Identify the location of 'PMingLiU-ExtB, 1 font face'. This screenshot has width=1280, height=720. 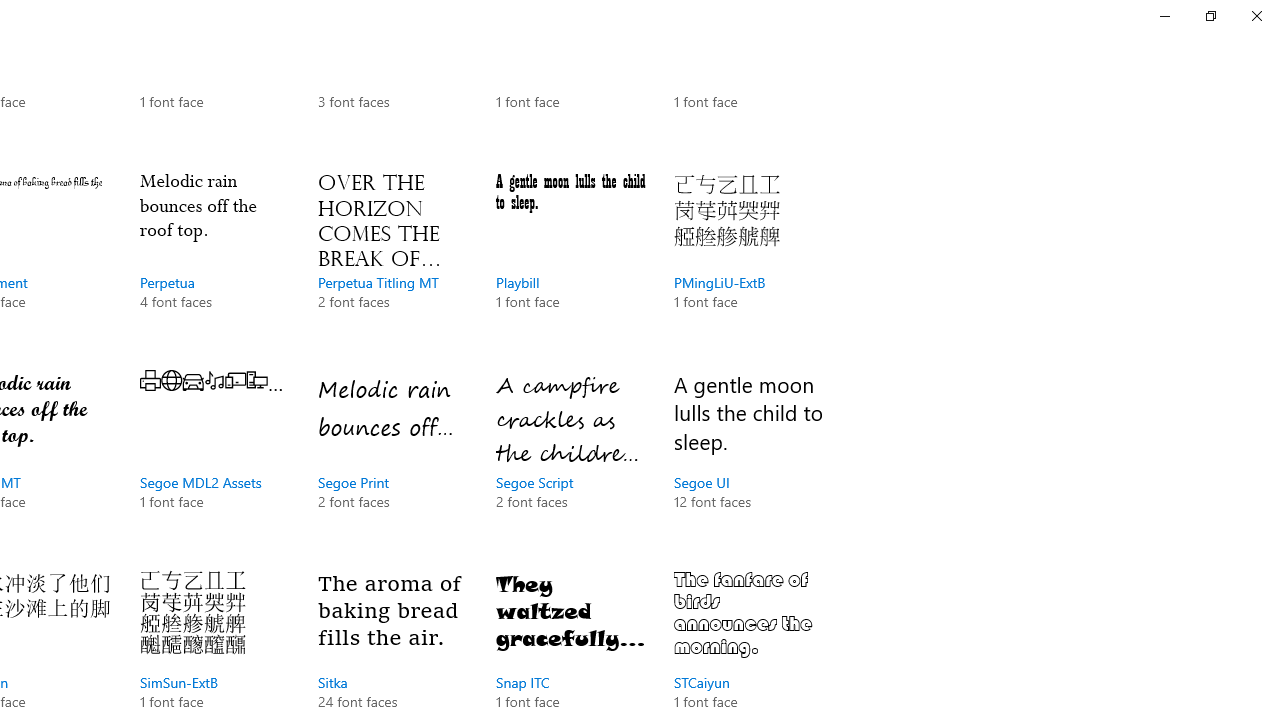
(747, 260).